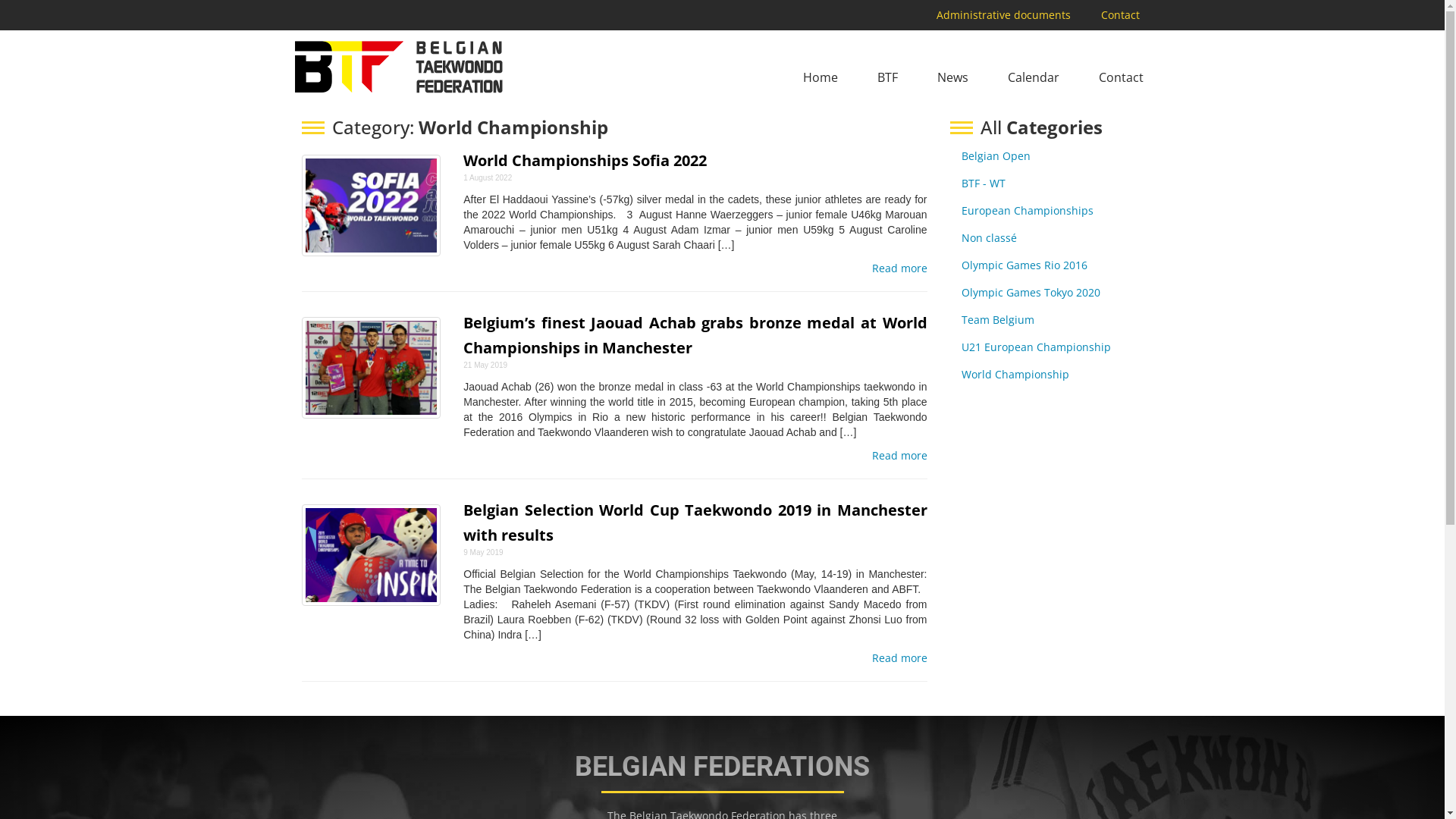 This screenshot has height=819, width=1456. I want to click on 'Read more', so click(899, 657).